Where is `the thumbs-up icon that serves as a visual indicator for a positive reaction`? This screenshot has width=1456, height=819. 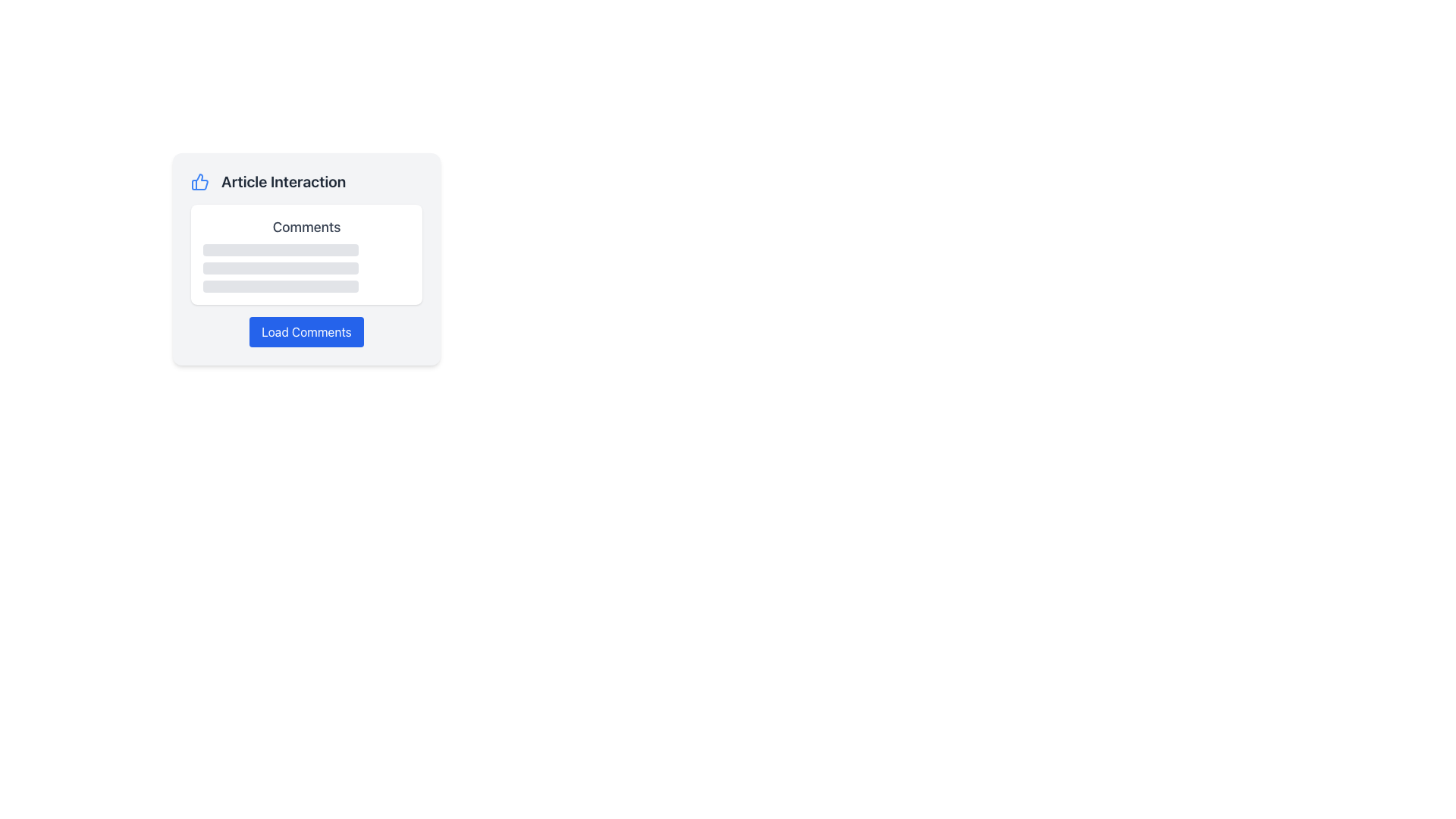 the thumbs-up icon that serves as a visual indicator for a positive reaction is located at coordinates (199, 180).